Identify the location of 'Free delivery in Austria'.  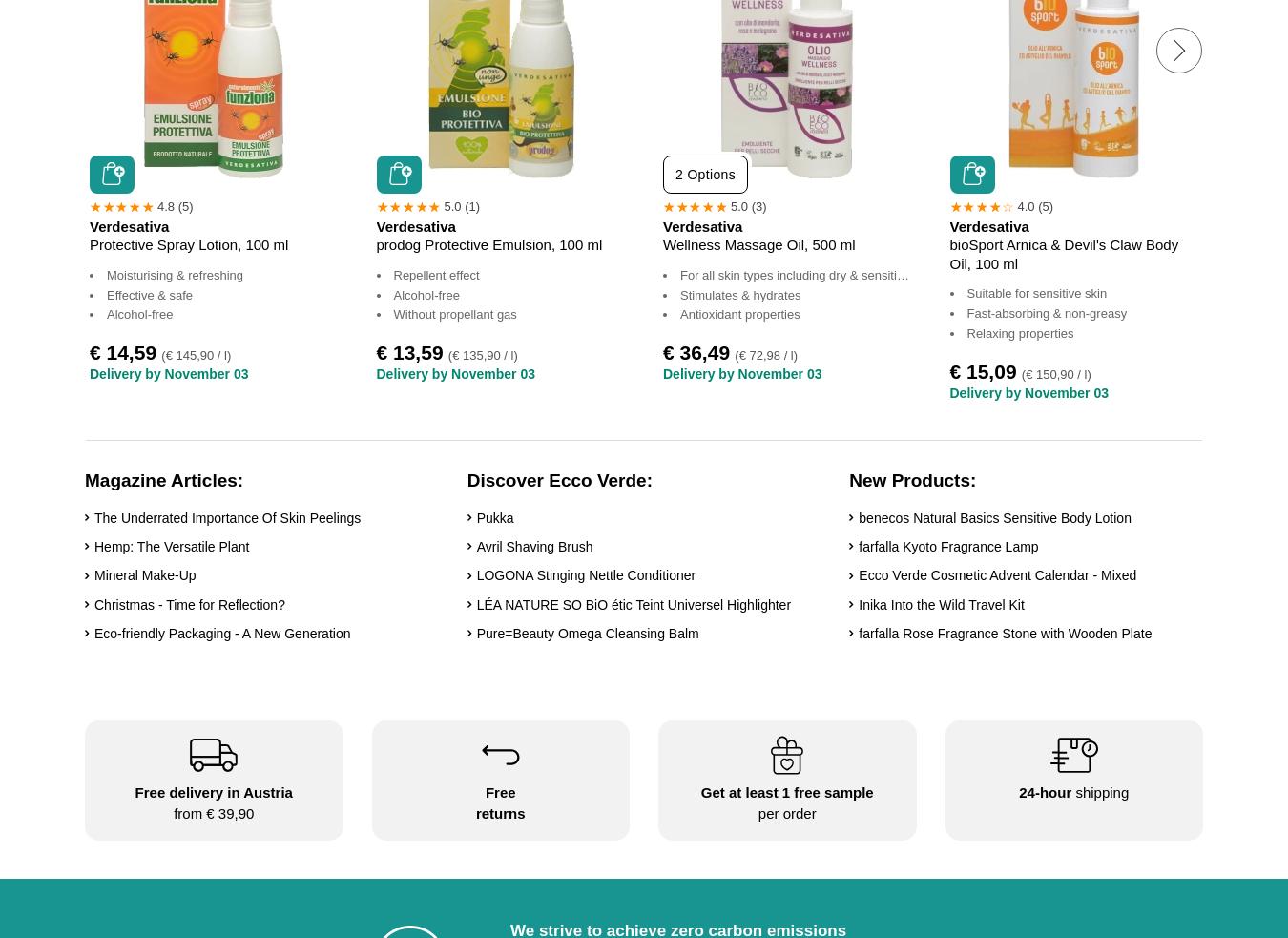
(213, 791).